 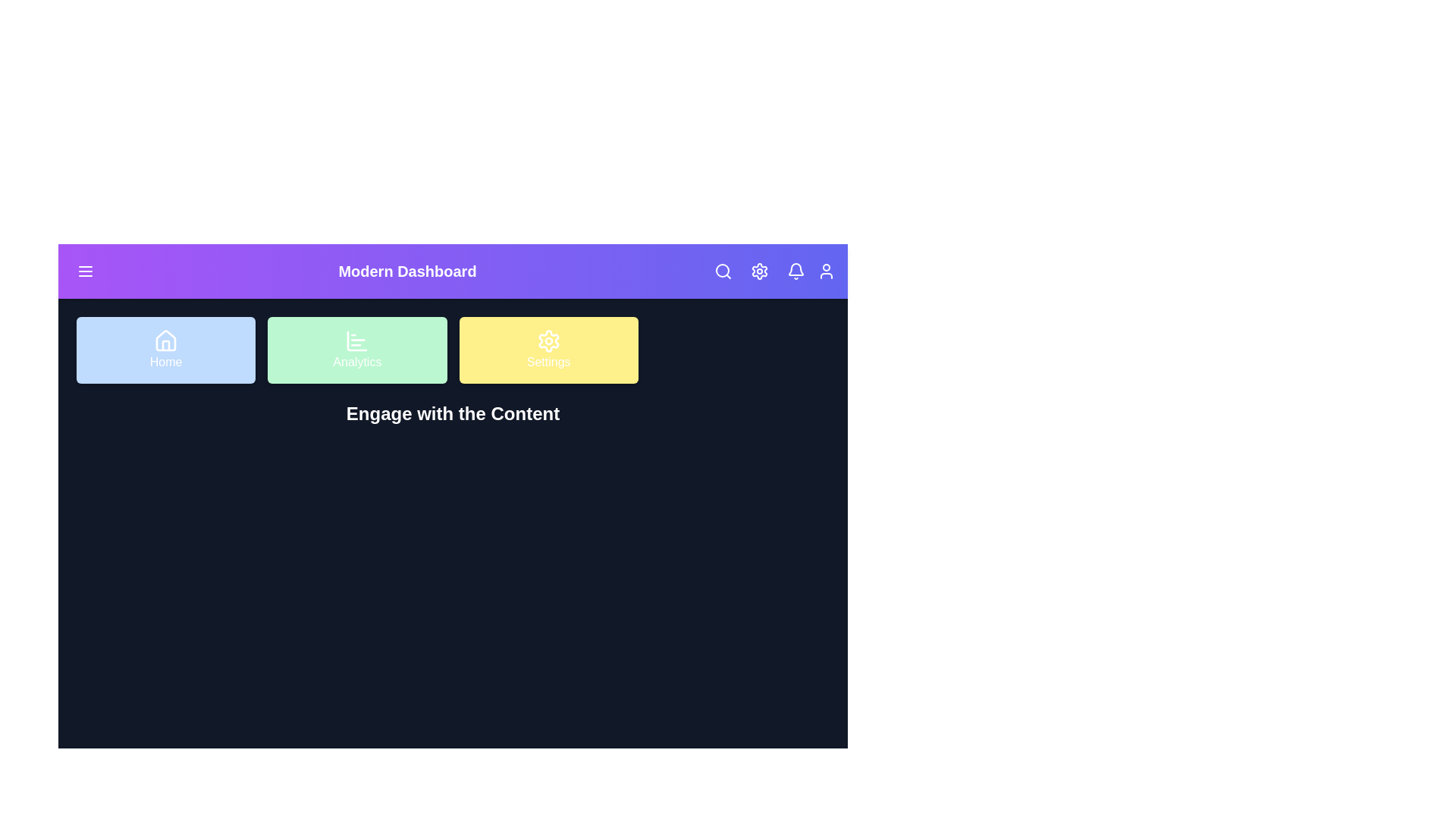 I want to click on the theme toggle button to switch the theme, so click(x=760, y=271).